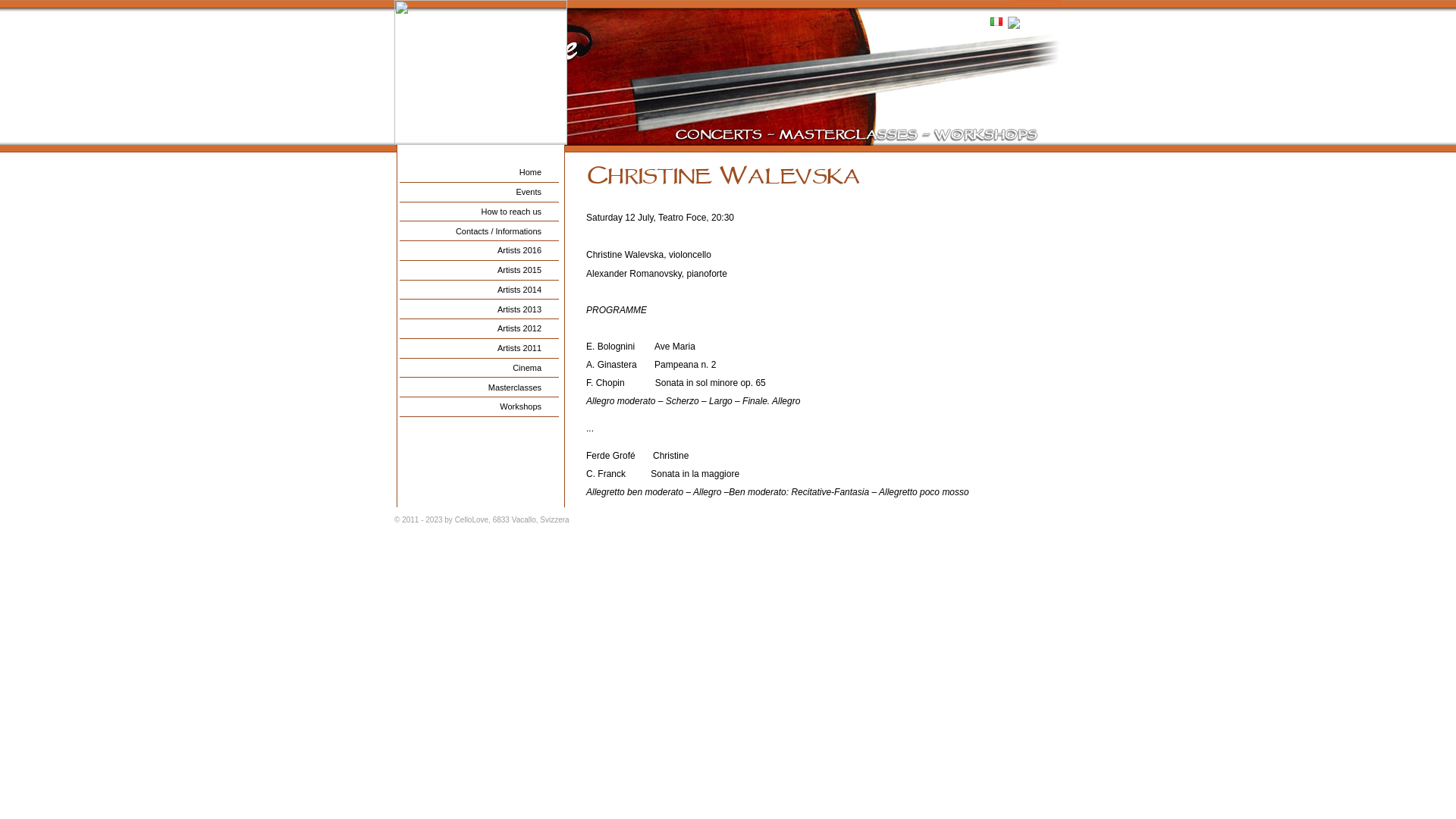 The width and height of the screenshot is (1456, 819). I want to click on 'Cinema', so click(479, 368).